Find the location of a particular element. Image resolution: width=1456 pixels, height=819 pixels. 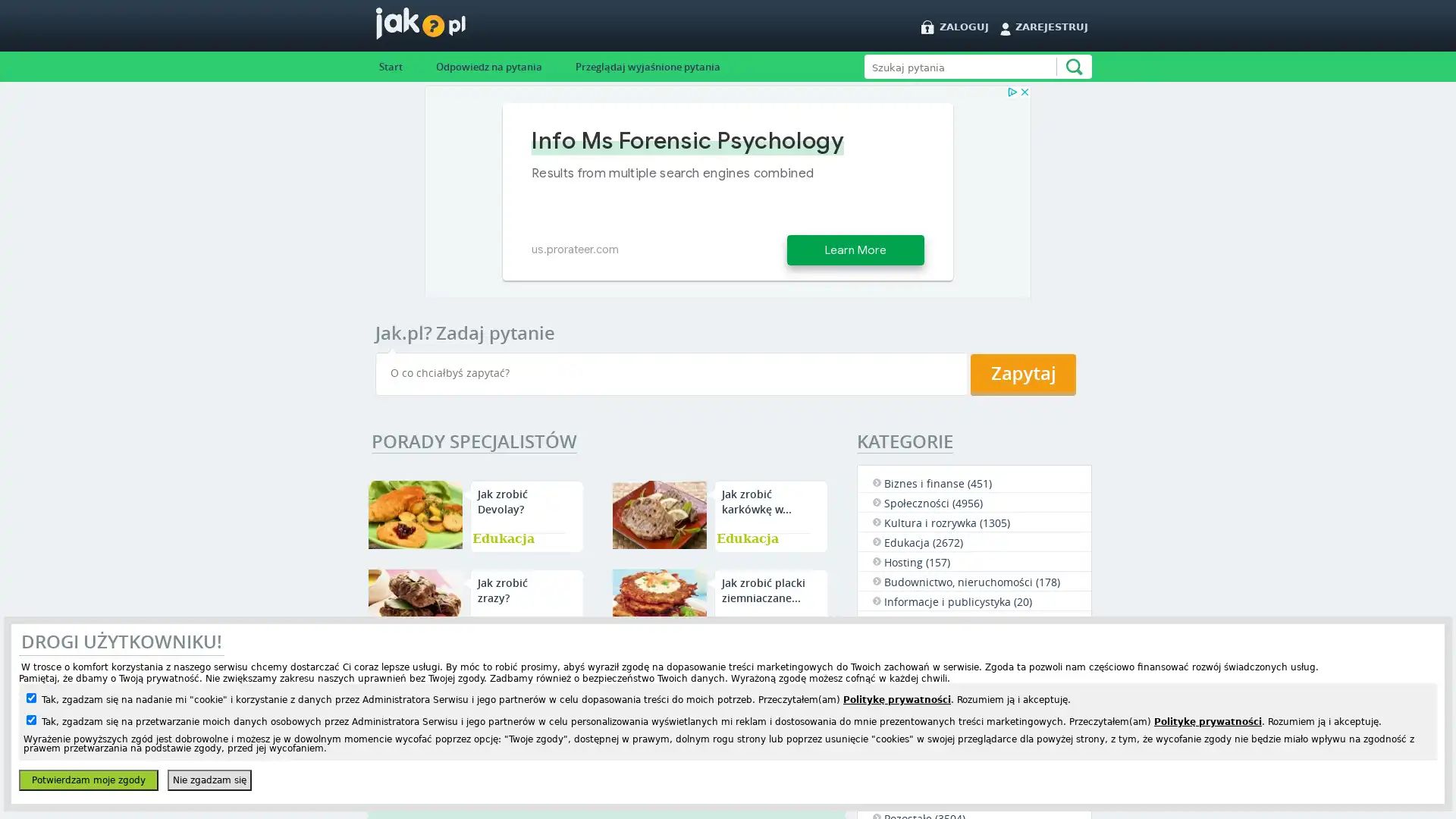

Nie zgadzam sie is located at coordinates (209, 780).